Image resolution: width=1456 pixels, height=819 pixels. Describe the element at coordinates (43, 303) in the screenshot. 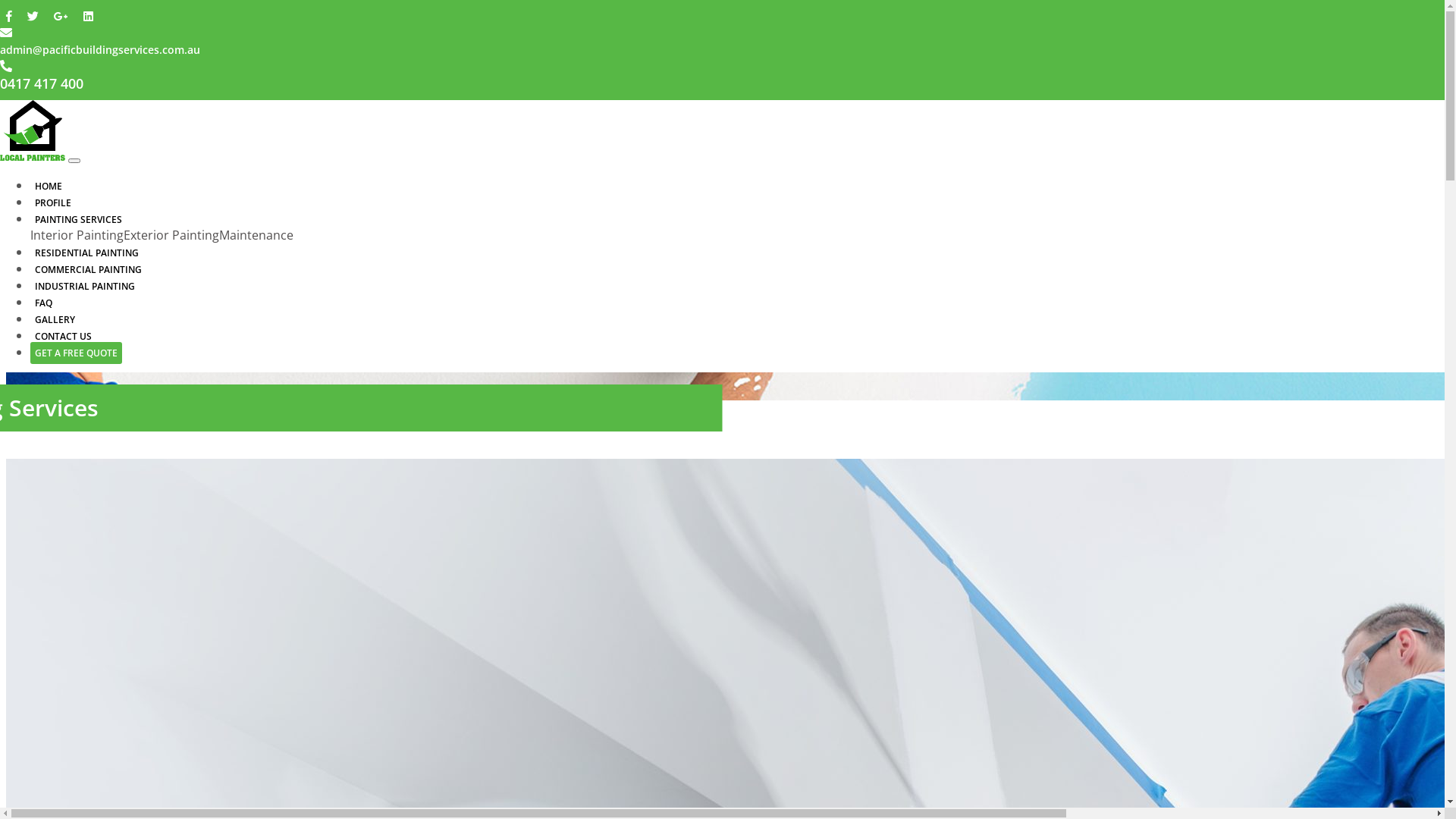

I see `'FAQ'` at that location.